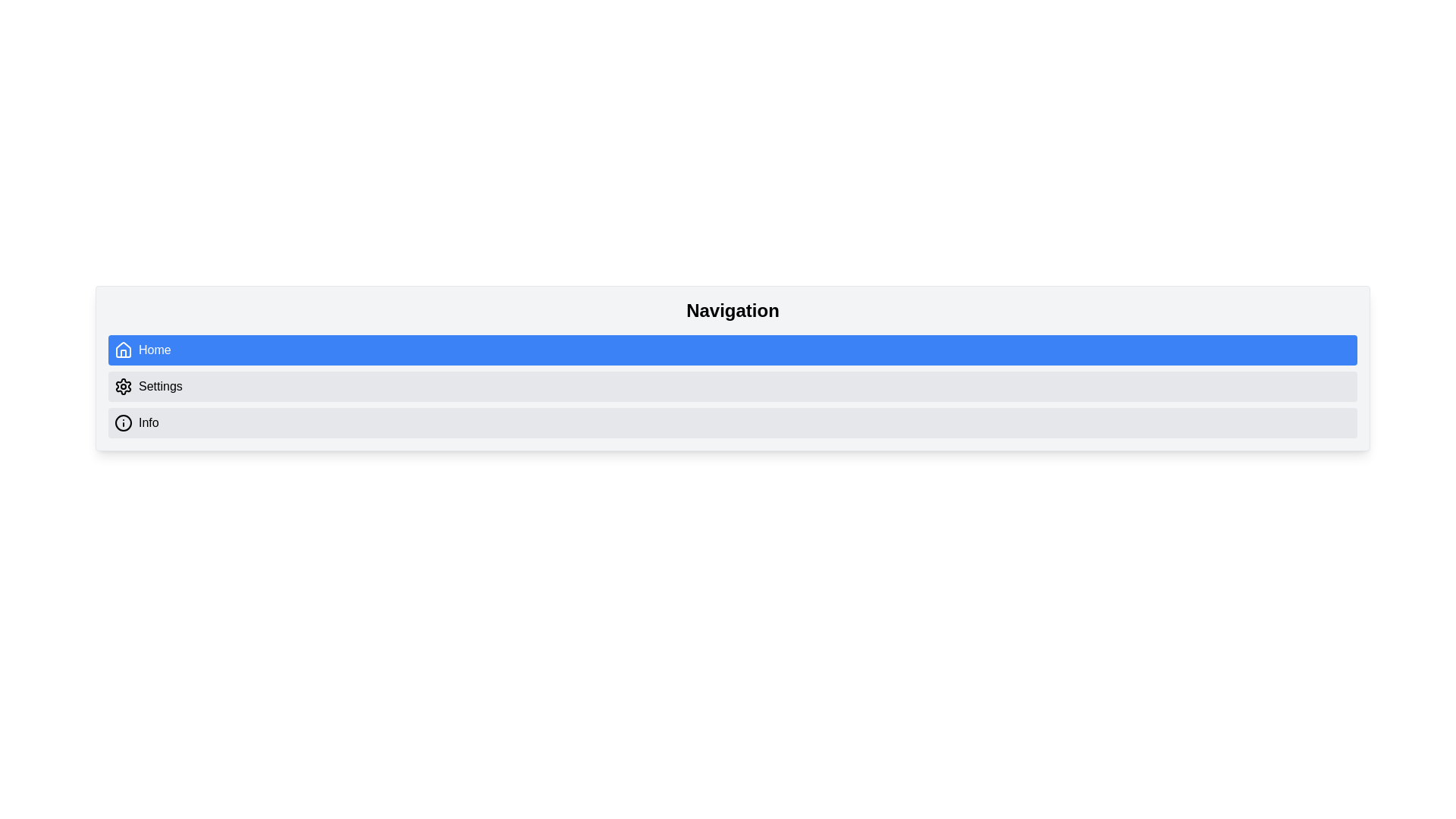  What do you see at coordinates (733, 423) in the screenshot?
I see `the navigation button located below the 'Settings' section` at bounding box center [733, 423].